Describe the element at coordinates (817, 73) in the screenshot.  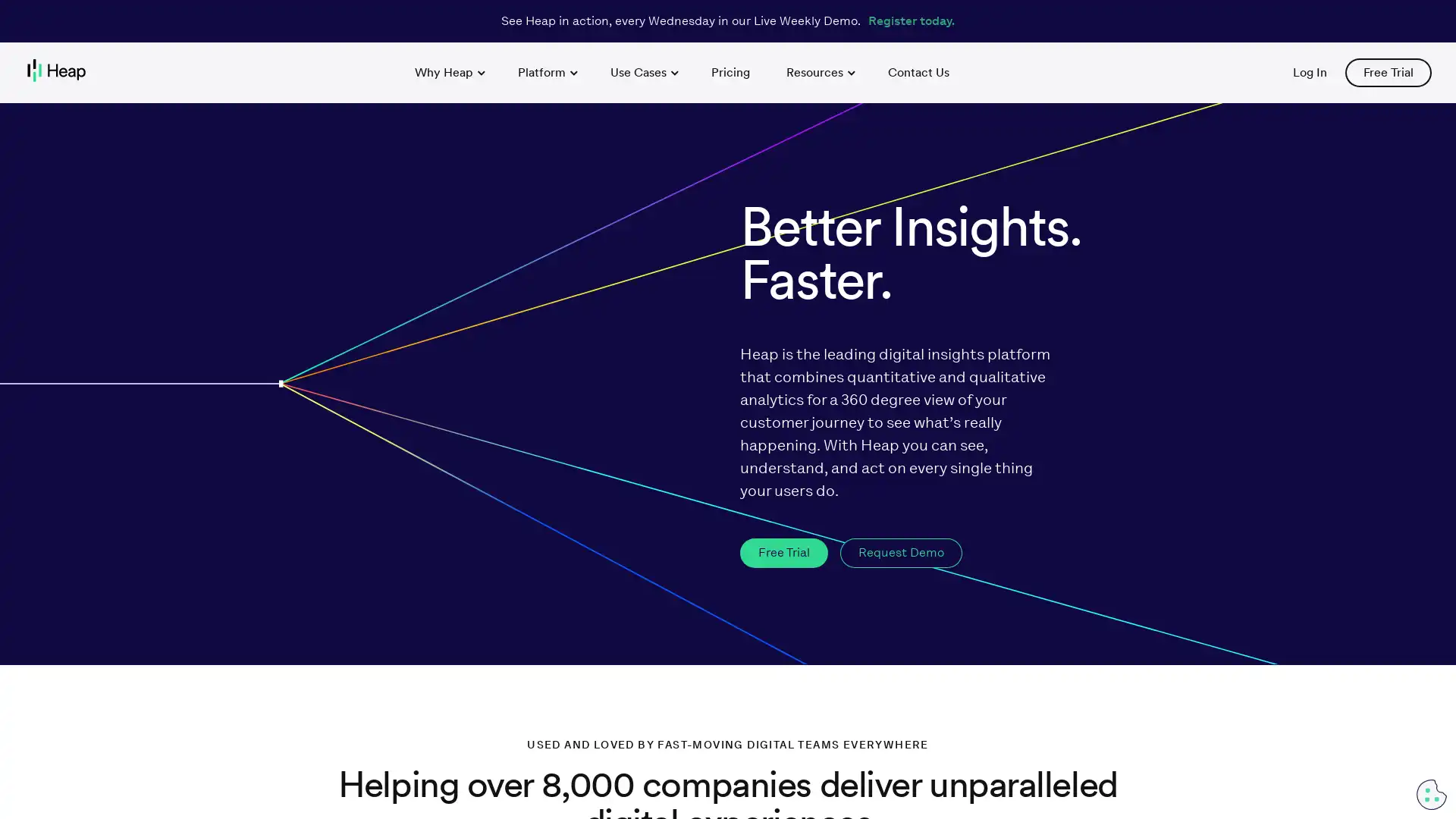
I see `Resources` at that location.